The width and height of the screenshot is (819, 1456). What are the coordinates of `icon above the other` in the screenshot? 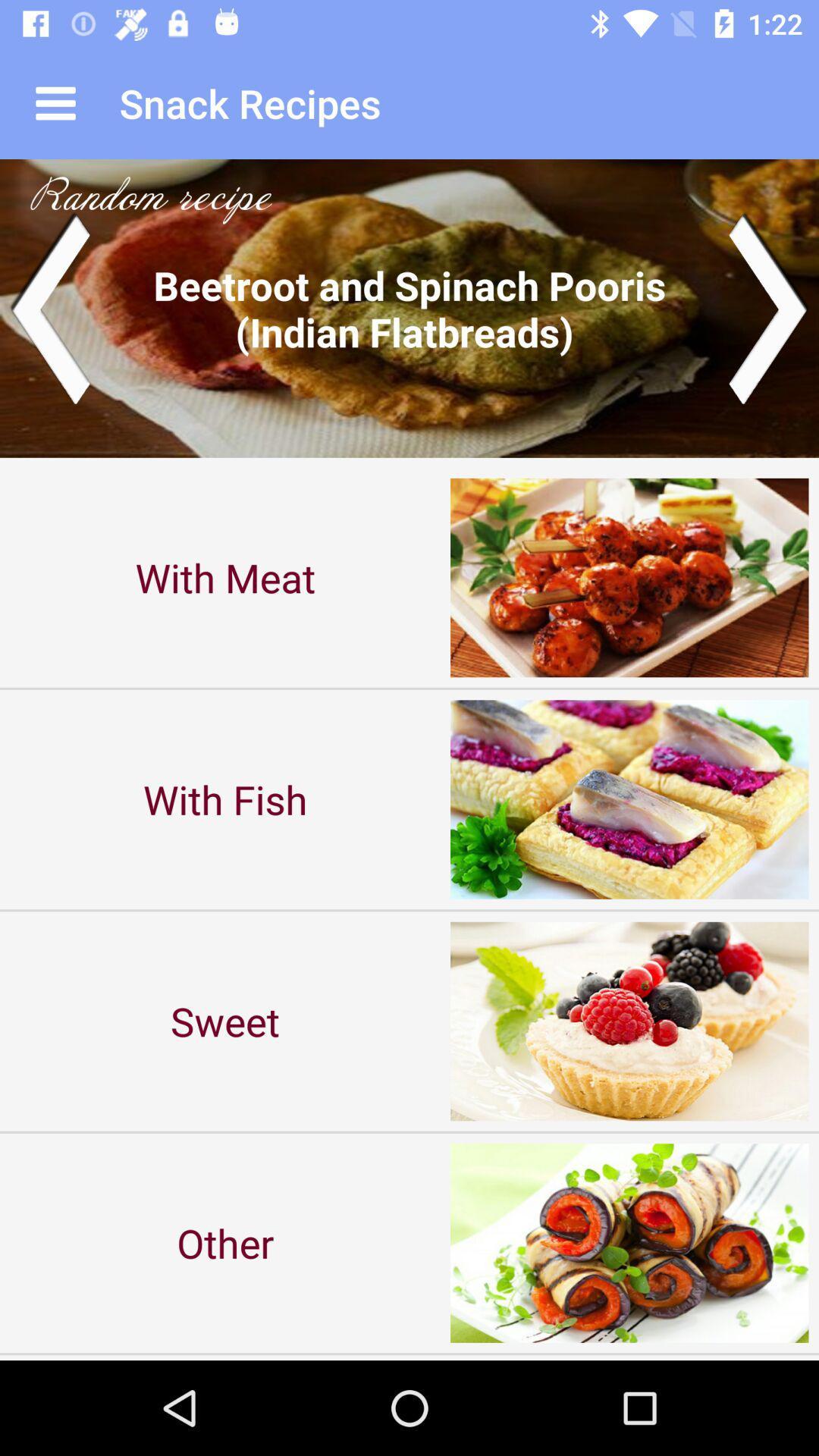 It's located at (225, 1021).